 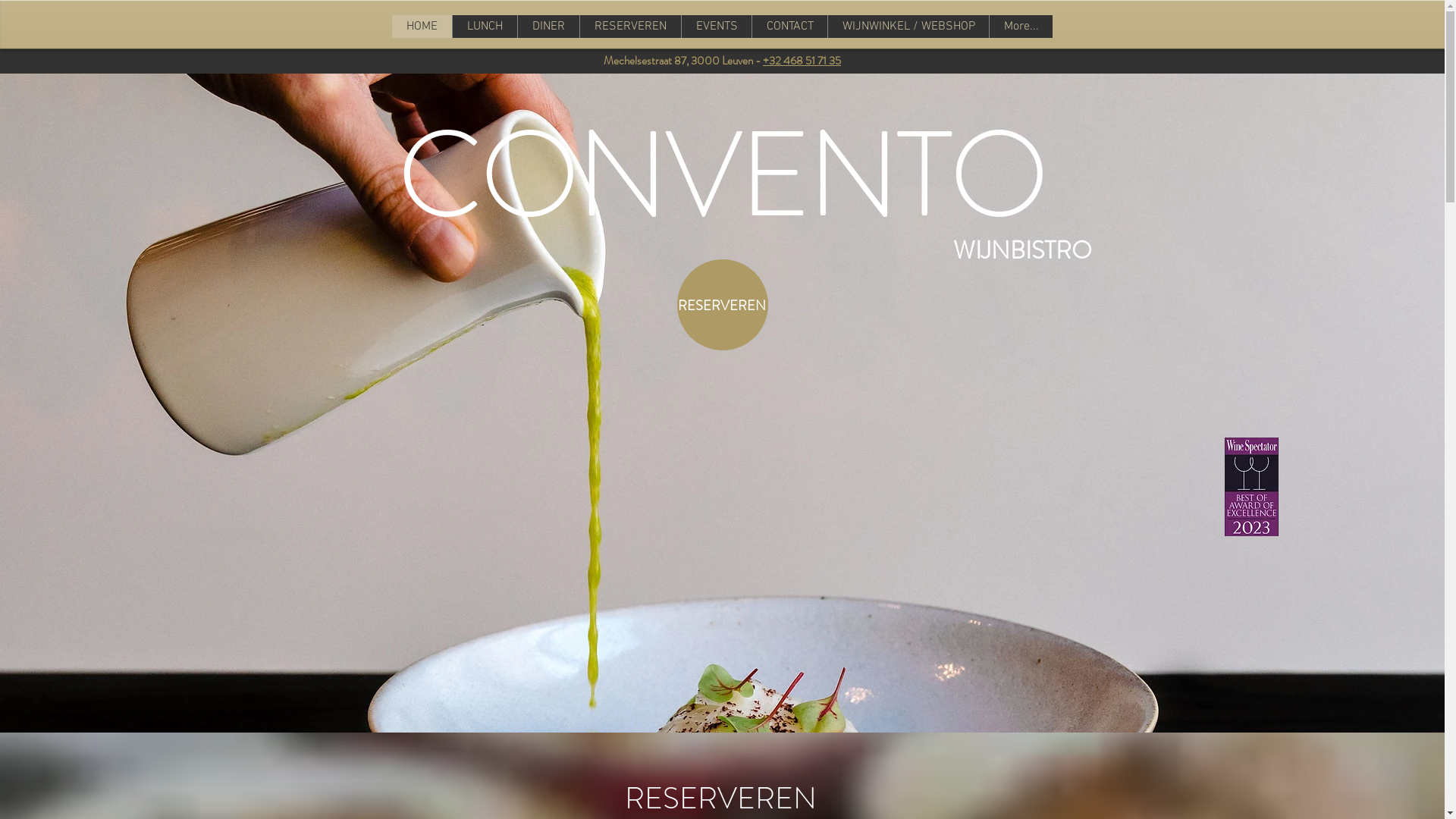 What do you see at coordinates (431, 26) in the screenshot?
I see `'HOME'` at bounding box center [431, 26].